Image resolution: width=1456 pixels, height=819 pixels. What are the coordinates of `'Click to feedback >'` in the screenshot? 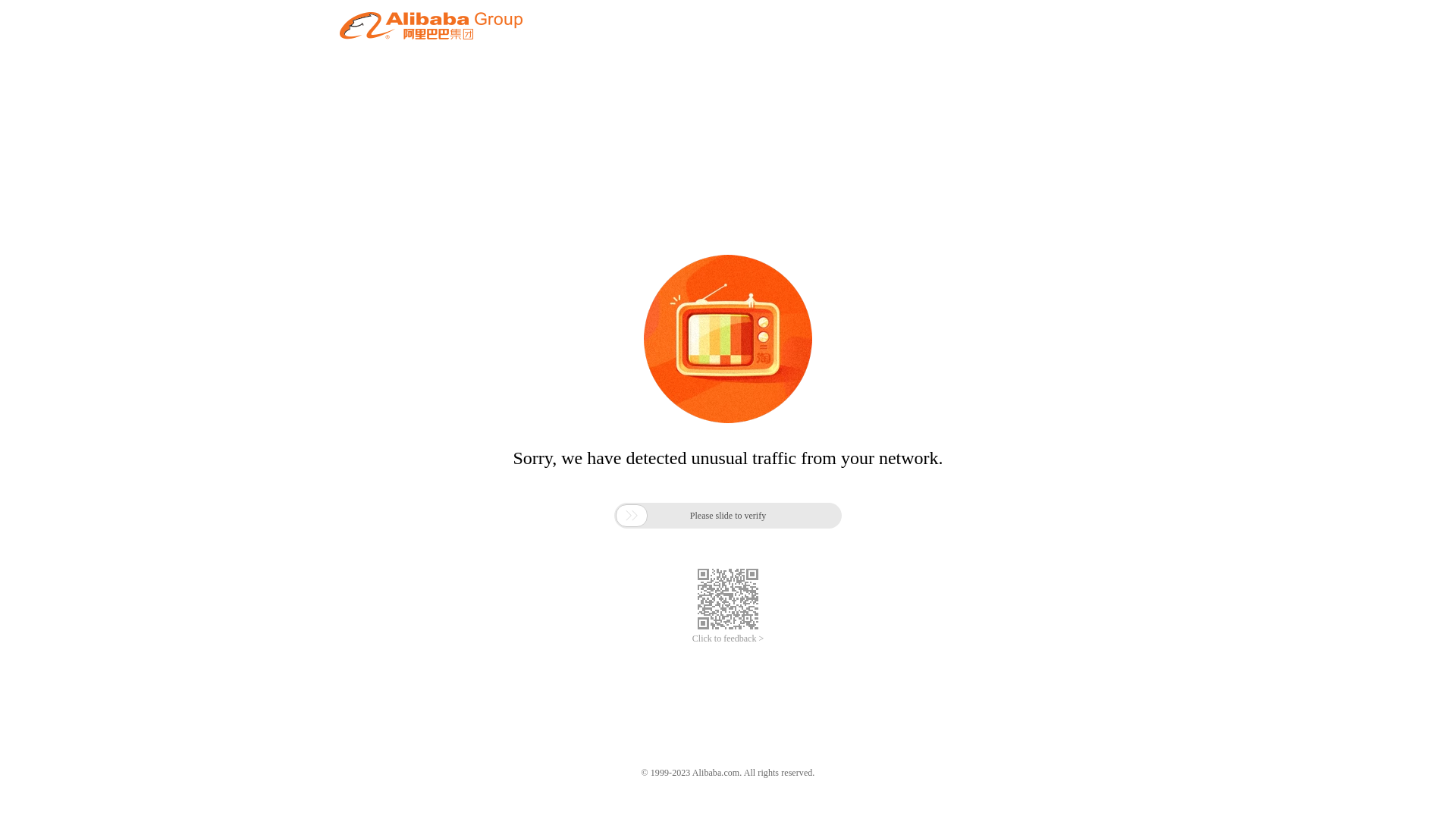 It's located at (728, 639).